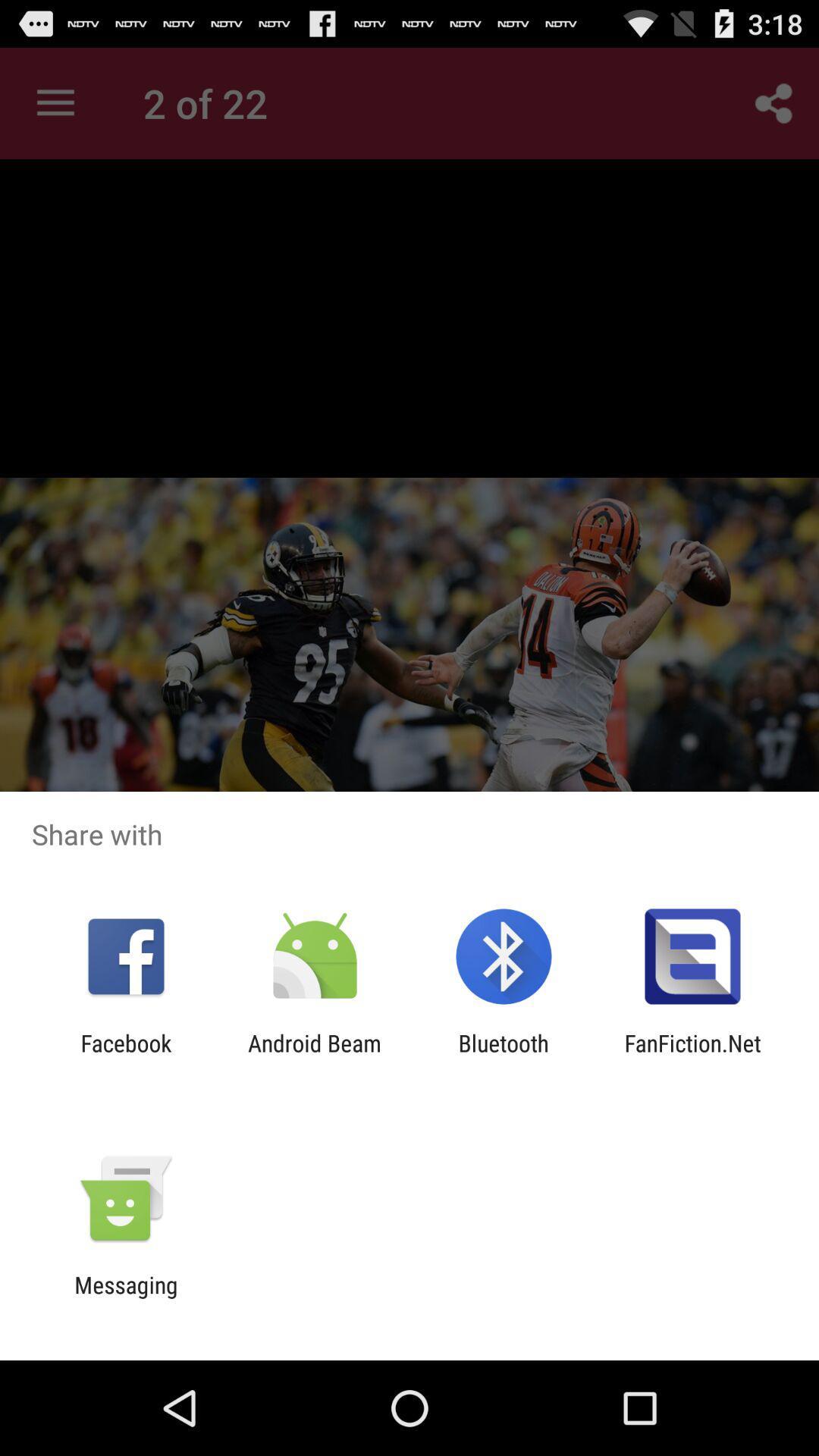 The height and width of the screenshot is (1456, 819). Describe the element at coordinates (692, 1056) in the screenshot. I see `item to the right of the bluetooth app` at that location.